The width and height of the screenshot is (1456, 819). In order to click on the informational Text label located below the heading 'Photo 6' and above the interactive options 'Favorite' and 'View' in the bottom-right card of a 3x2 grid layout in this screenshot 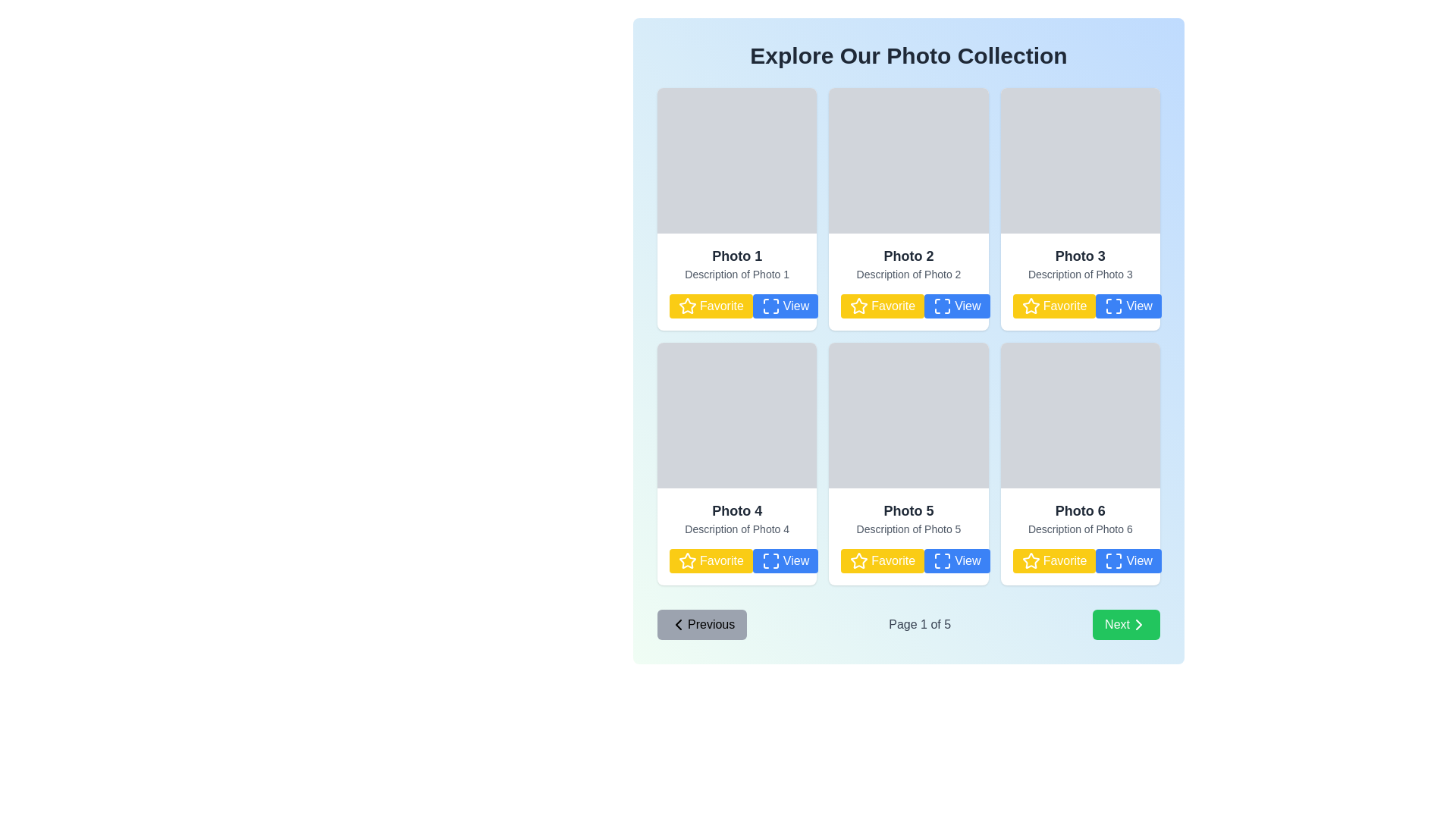, I will do `click(1079, 529)`.